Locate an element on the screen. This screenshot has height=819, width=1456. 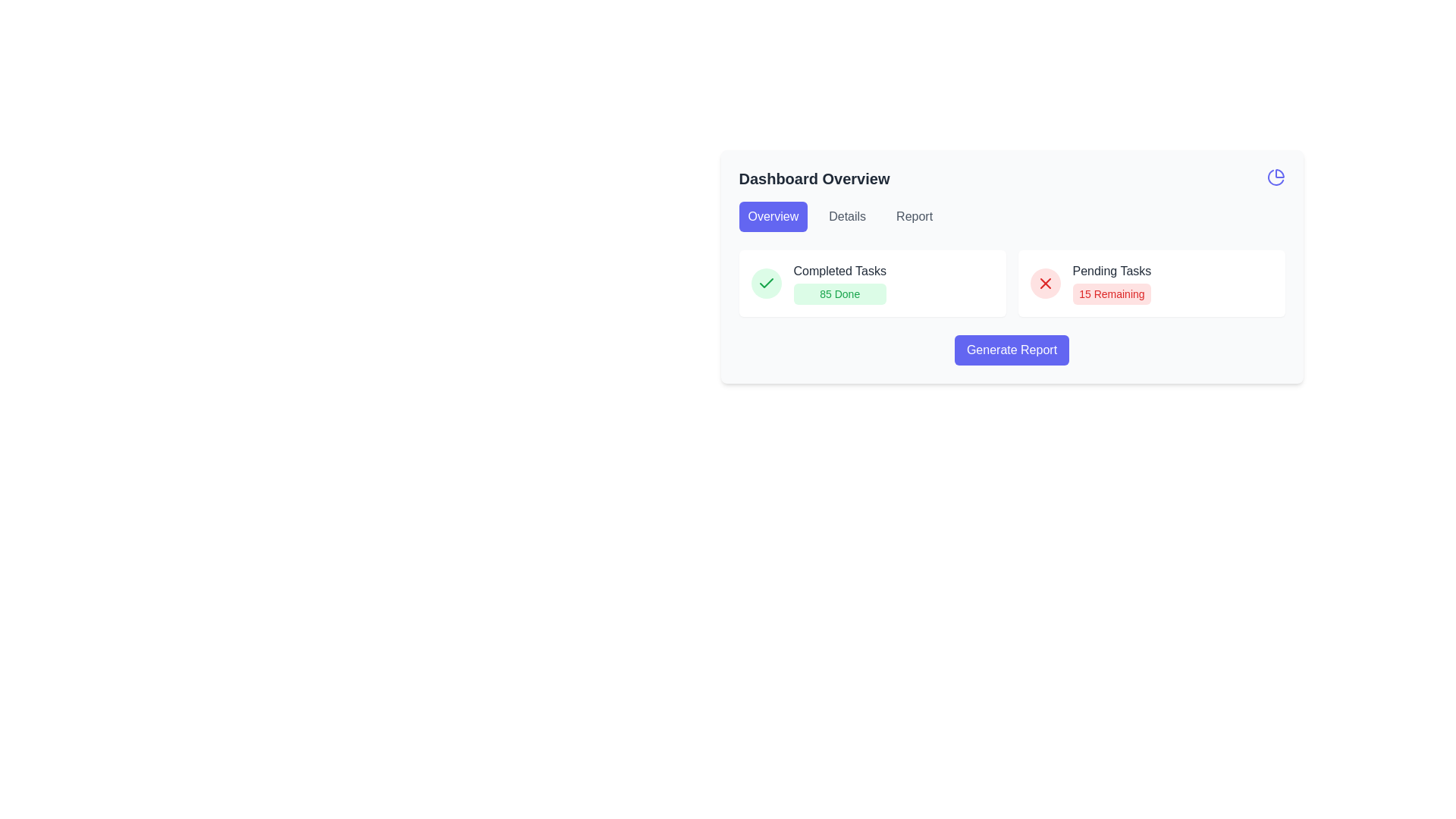
the text label reading 'Completed Tasks', which is styled in dark gray and located above the green button labeled '85 Done' in the dashboard interface is located at coordinates (839, 271).